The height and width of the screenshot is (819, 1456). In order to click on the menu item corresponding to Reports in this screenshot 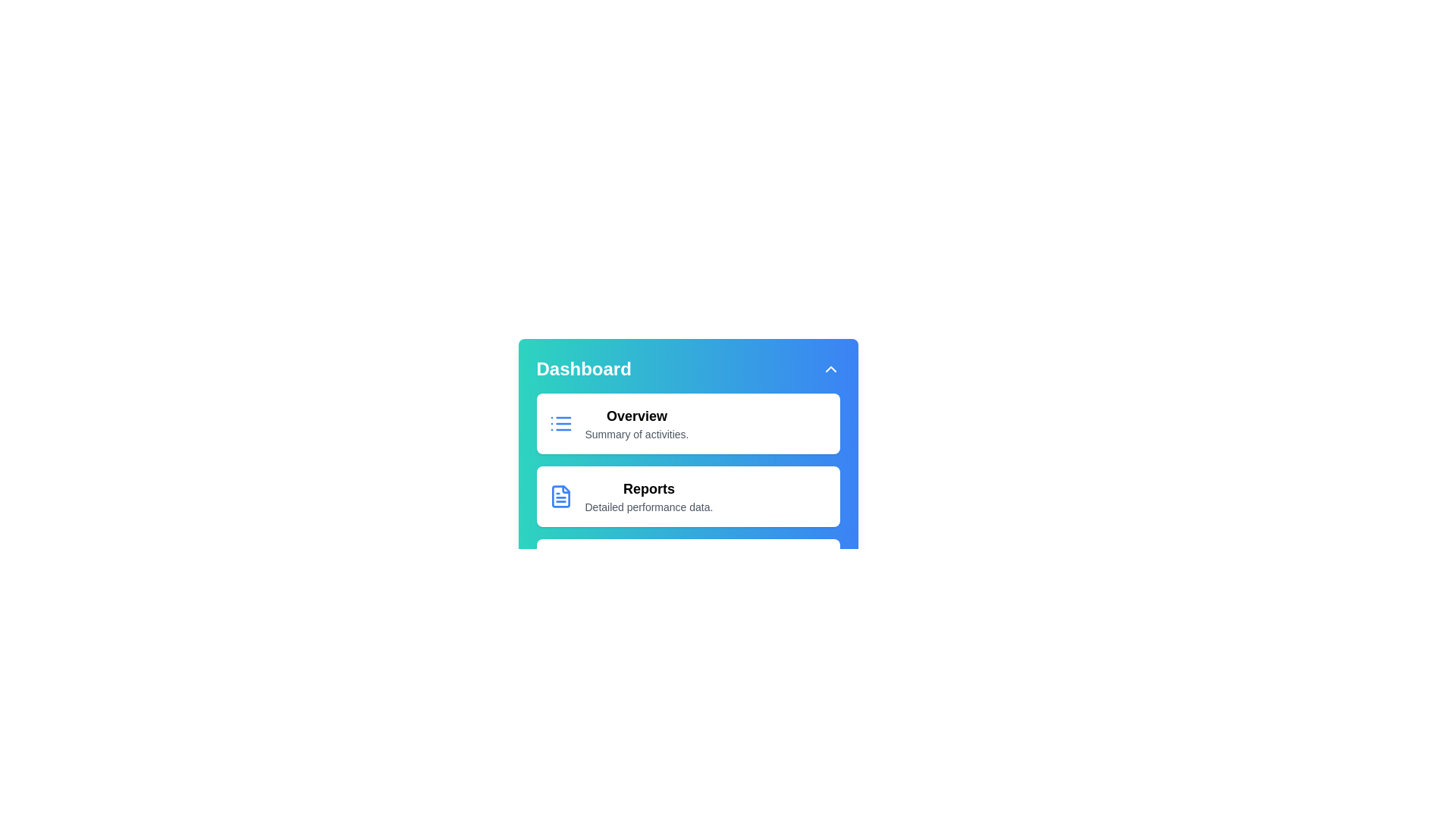, I will do `click(687, 497)`.